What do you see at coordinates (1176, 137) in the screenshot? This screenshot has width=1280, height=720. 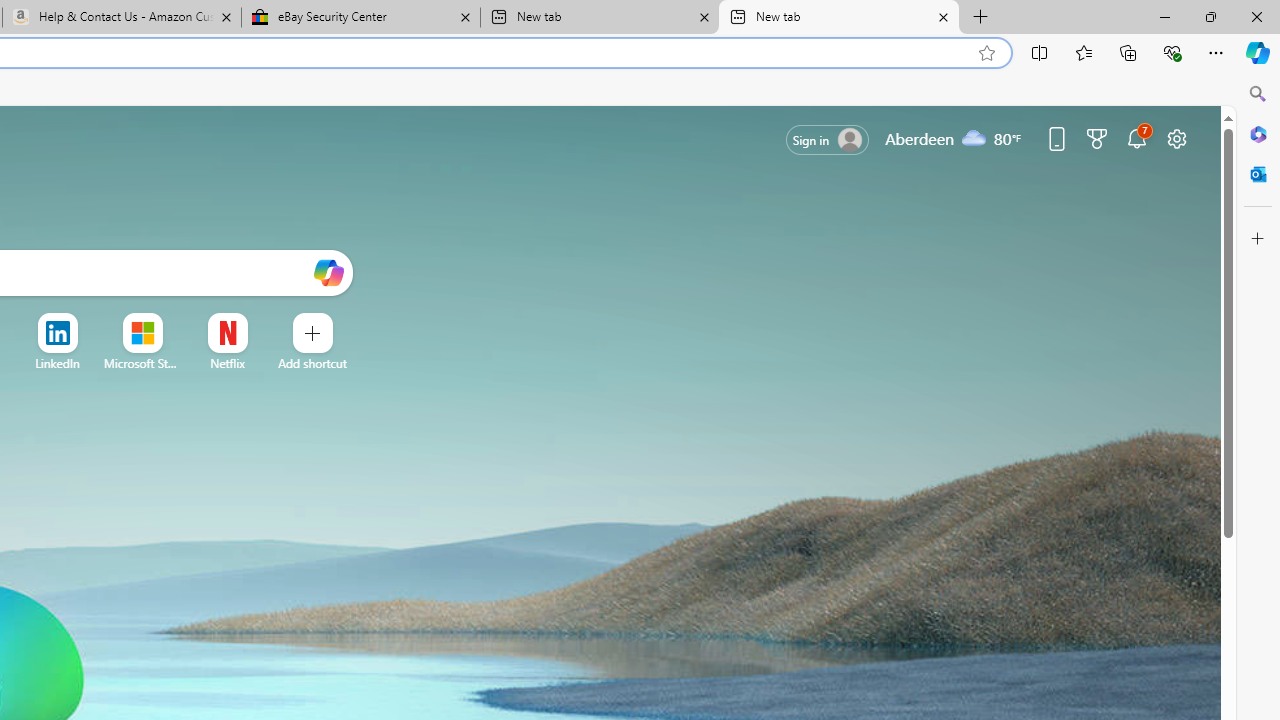 I see `'Page settings'` at bounding box center [1176, 137].